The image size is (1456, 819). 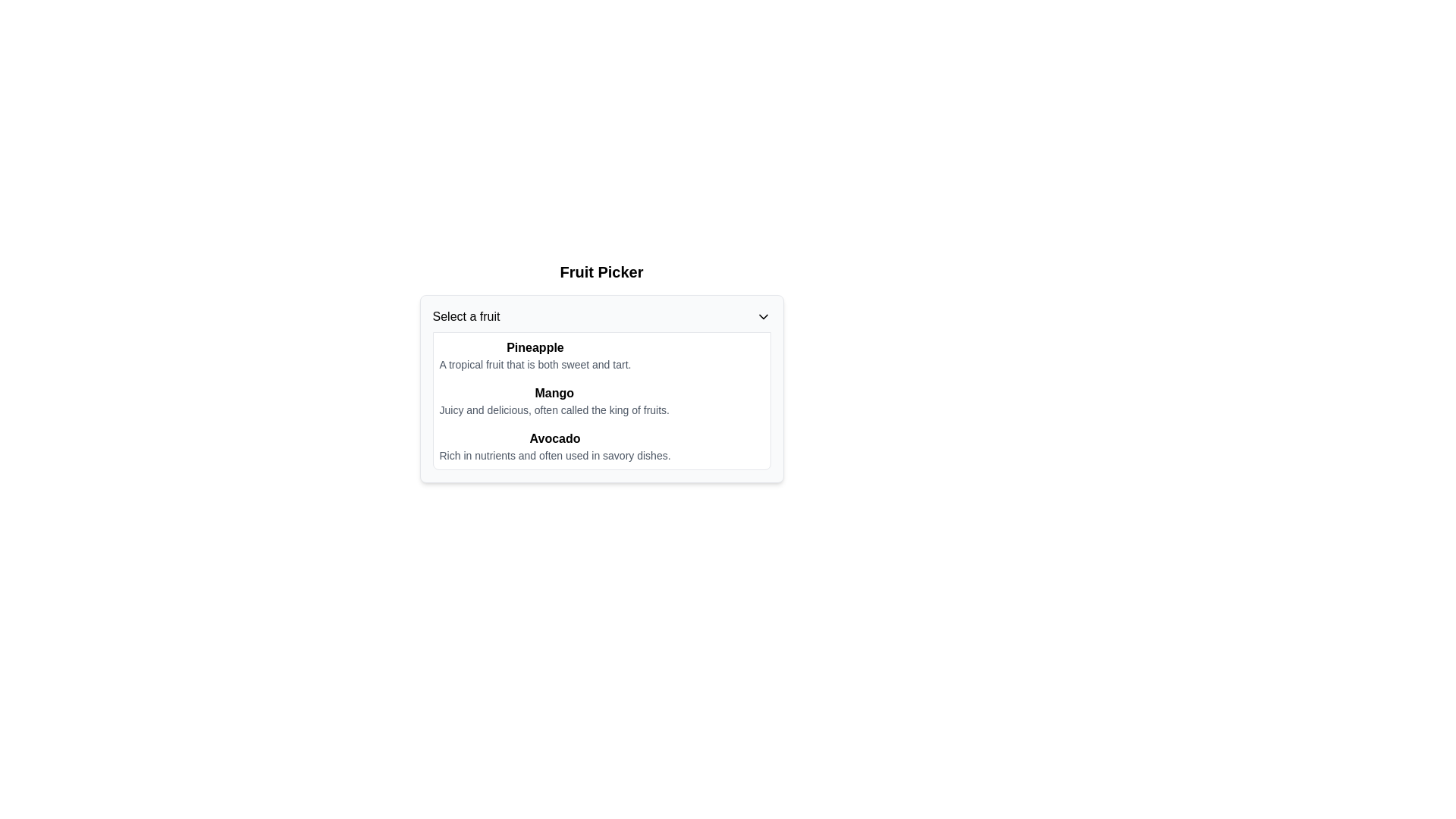 What do you see at coordinates (763, 315) in the screenshot?
I see `the indicator icon located at the rightmost side of the 'Select a fruit' dropdown menu` at bounding box center [763, 315].